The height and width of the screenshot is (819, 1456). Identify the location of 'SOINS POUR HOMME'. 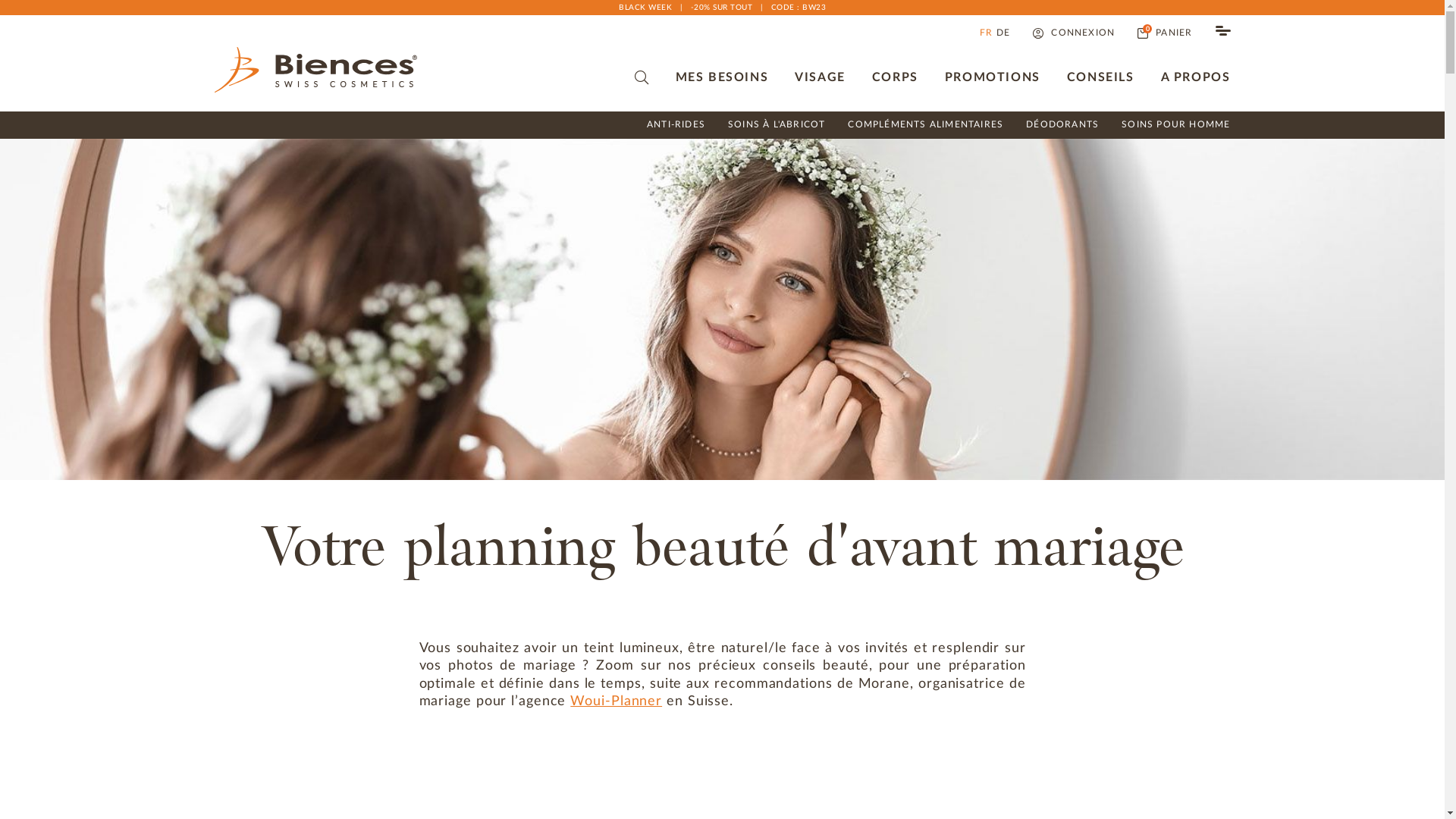
(1175, 124).